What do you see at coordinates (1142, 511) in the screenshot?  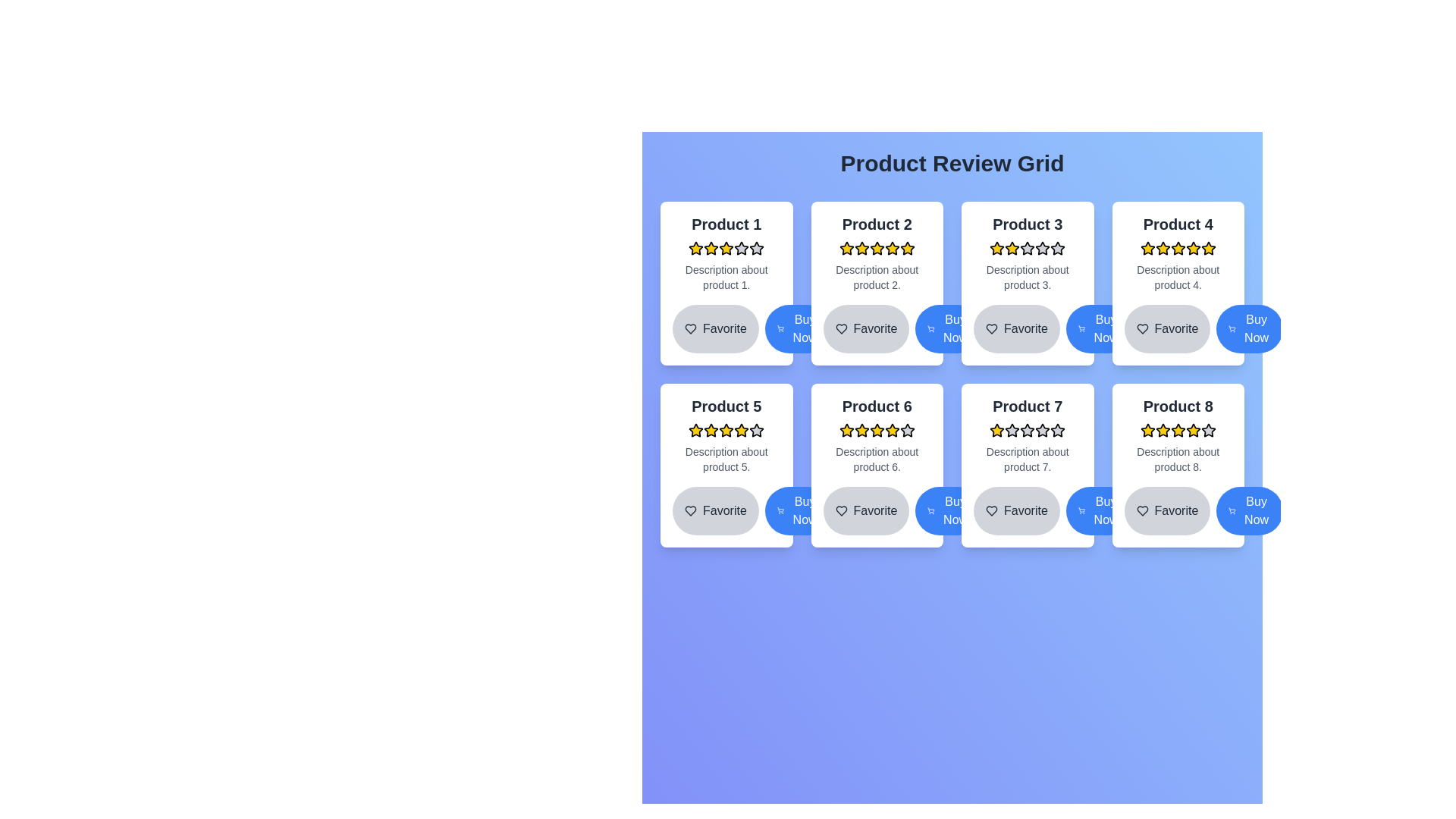 I see `the heart-shaped icon representing the 'favorite' action, located within the 'Product 8' card under the button labeled 'Favorite.'` at bounding box center [1142, 511].